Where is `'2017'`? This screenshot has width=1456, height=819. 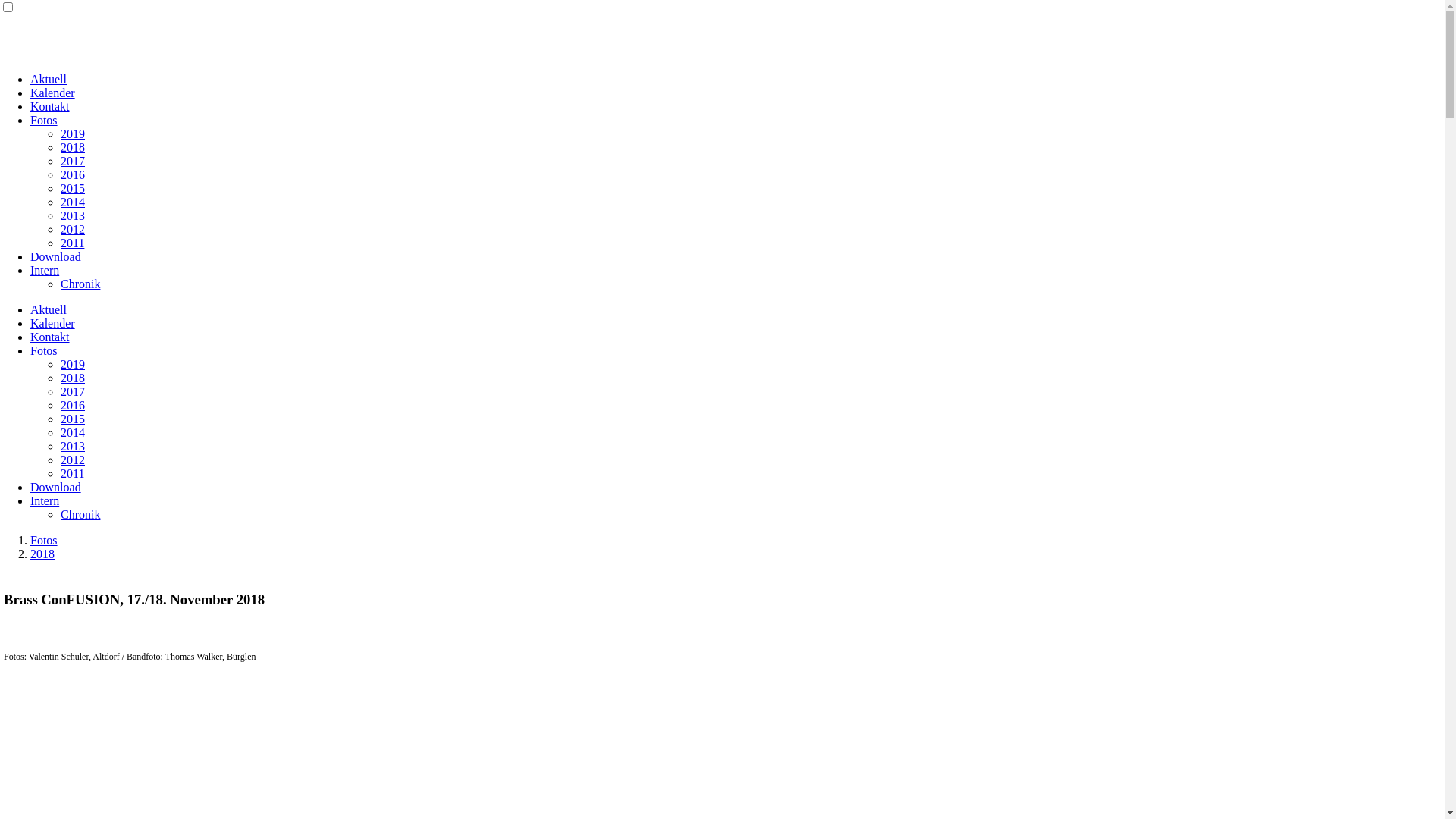
'2017' is located at coordinates (72, 391).